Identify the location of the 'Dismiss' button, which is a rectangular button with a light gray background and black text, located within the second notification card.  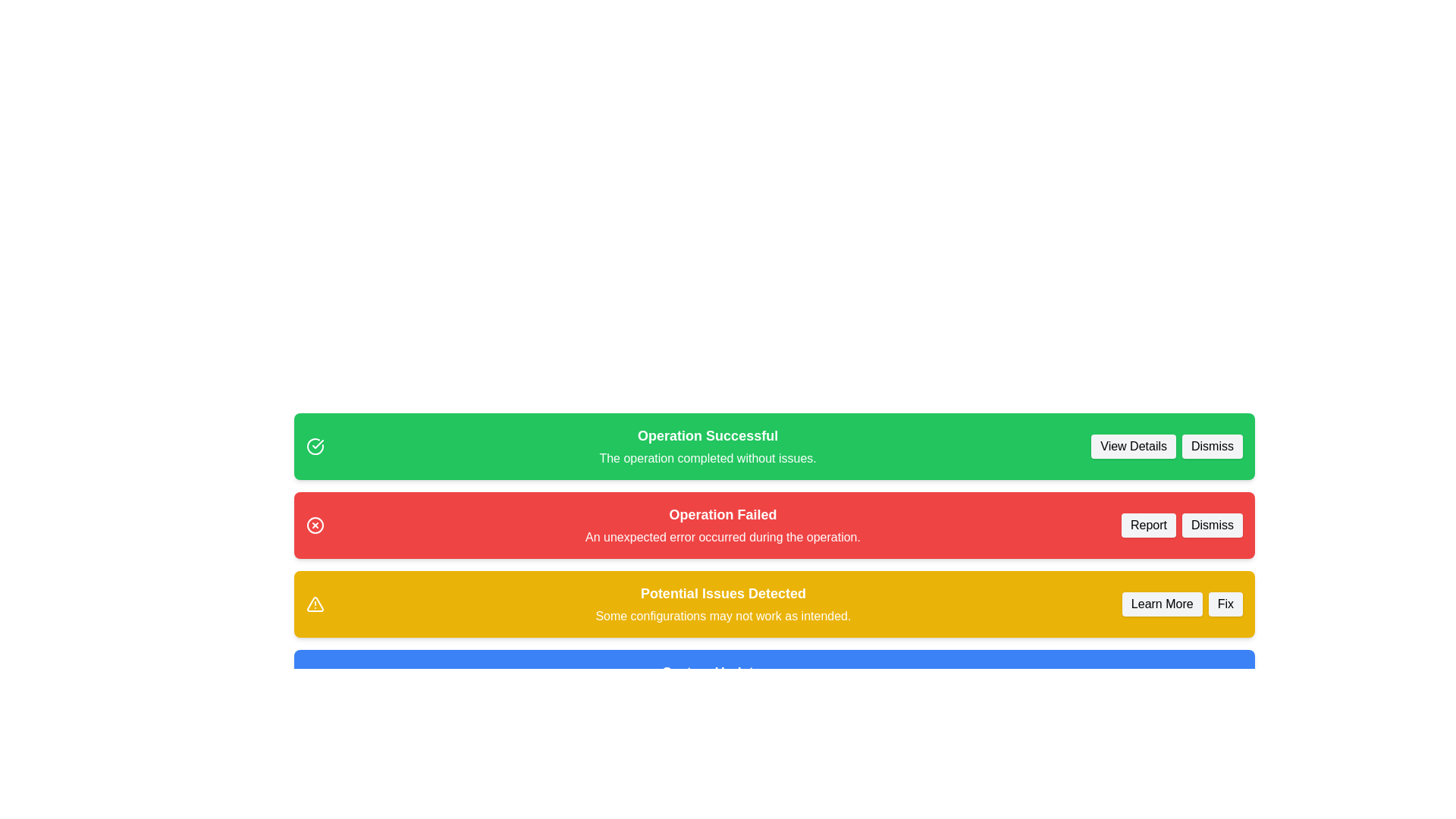
(1211, 525).